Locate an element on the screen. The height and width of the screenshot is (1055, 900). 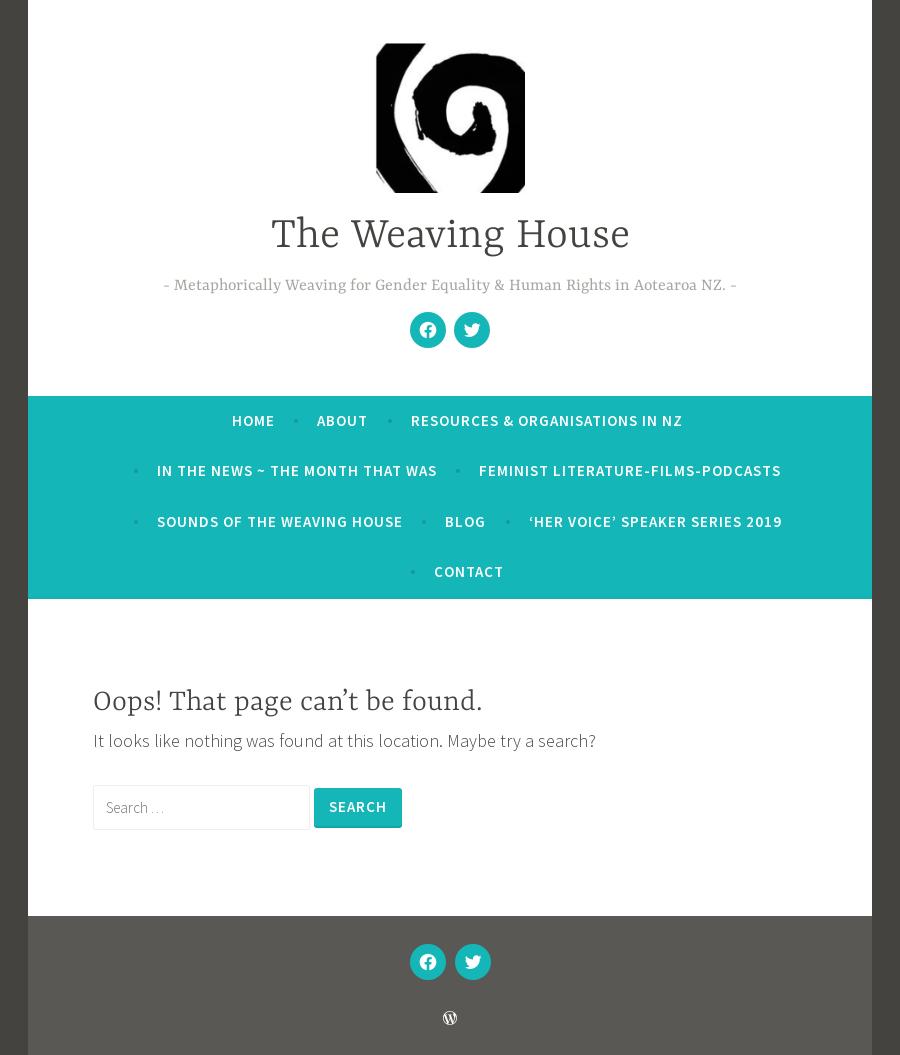
'Blog' is located at coordinates (464, 520).